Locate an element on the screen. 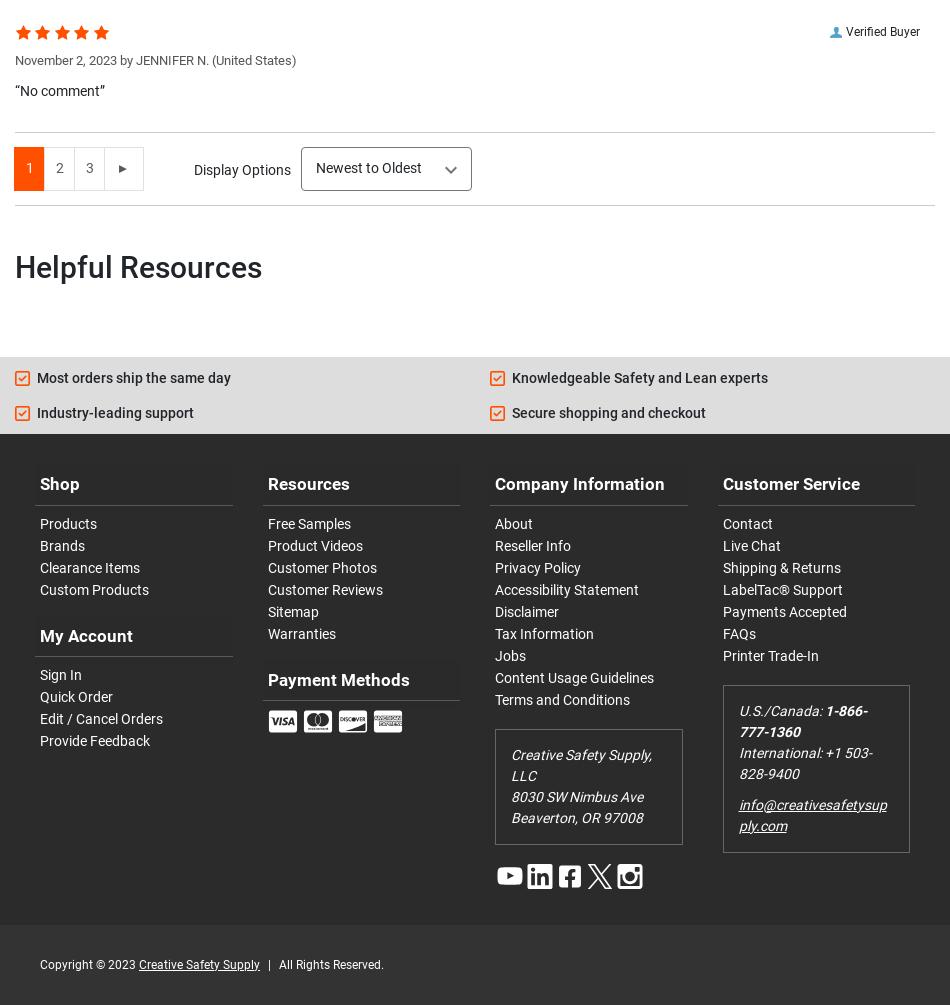  'Payments Accepted' is located at coordinates (721, 610).